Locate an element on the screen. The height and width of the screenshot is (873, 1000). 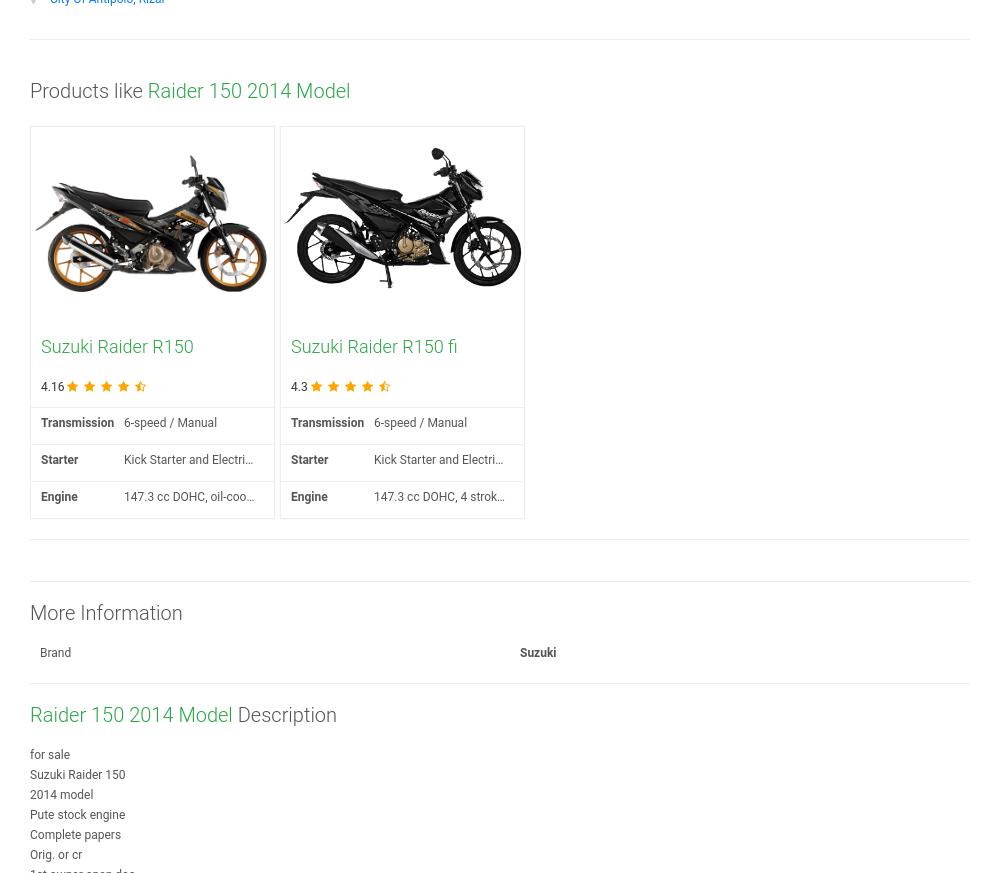
'Products like' is located at coordinates (87, 90).